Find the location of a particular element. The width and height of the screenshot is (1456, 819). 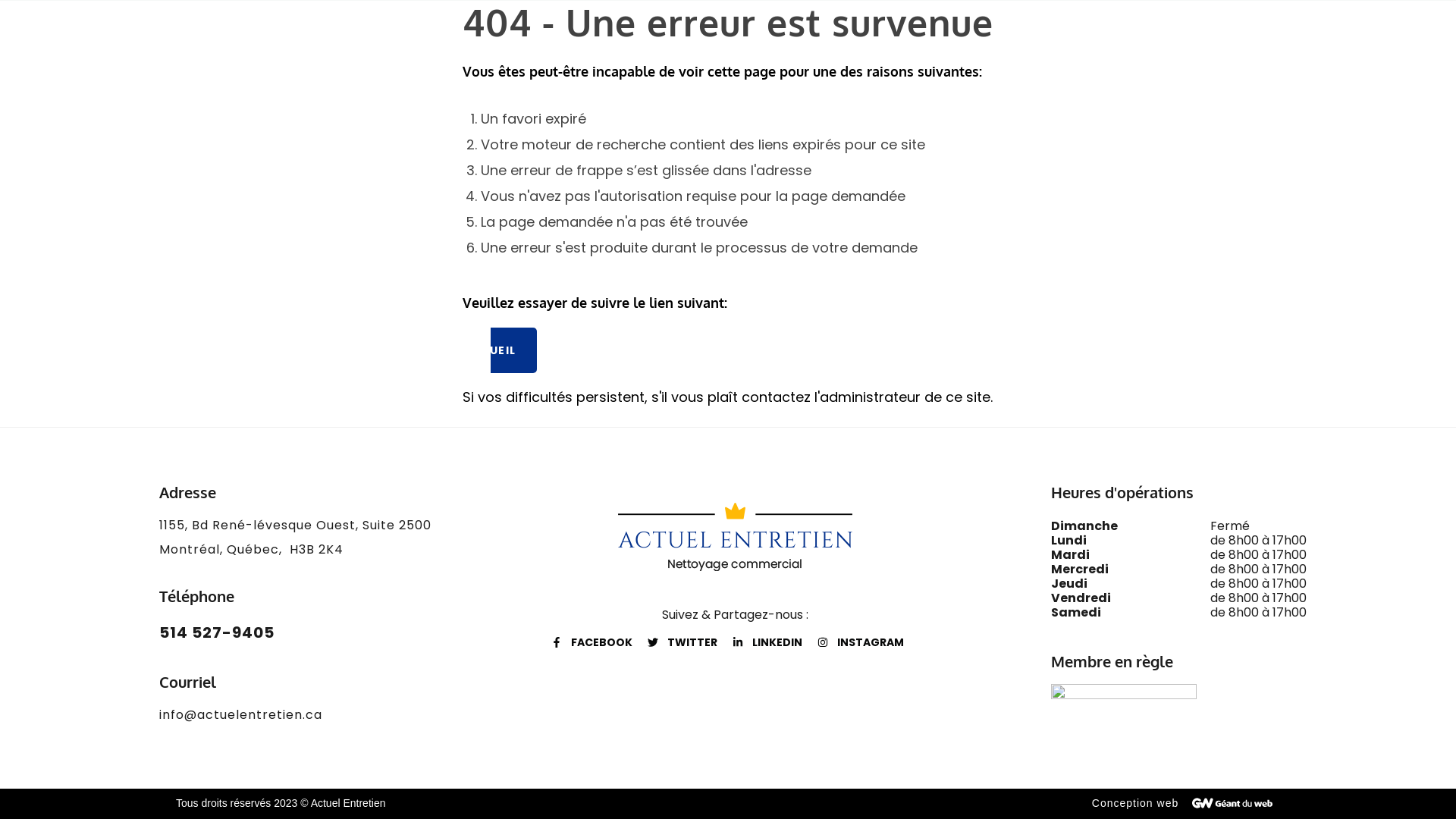

'Conception web' is located at coordinates (1135, 802).